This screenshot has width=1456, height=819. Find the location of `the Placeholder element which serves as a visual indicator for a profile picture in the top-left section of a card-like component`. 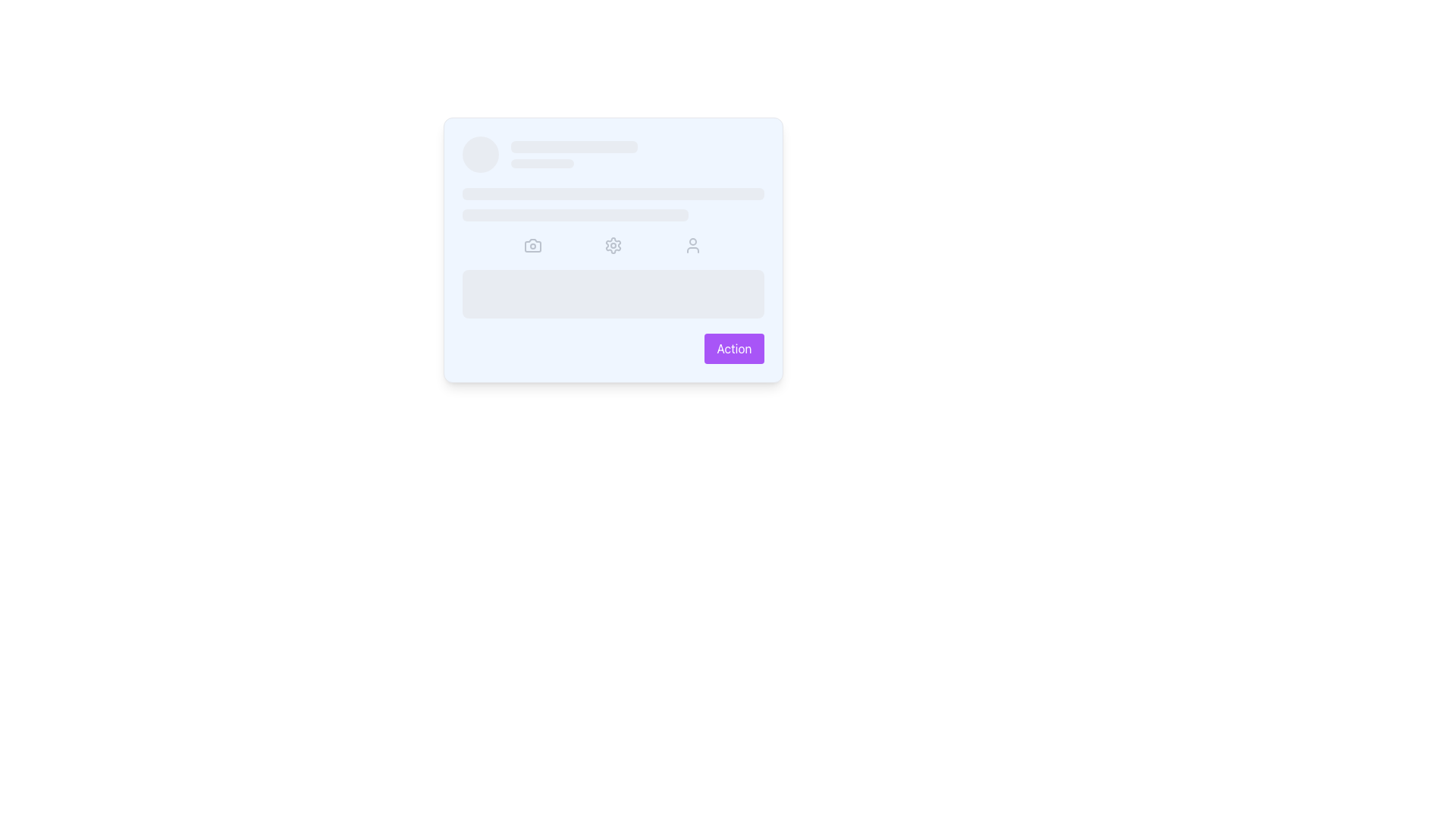

the Placeholder element which serves as a visual indicator for a profile picture in the top-left section of a card-like component is located at coordinates (479, 155).